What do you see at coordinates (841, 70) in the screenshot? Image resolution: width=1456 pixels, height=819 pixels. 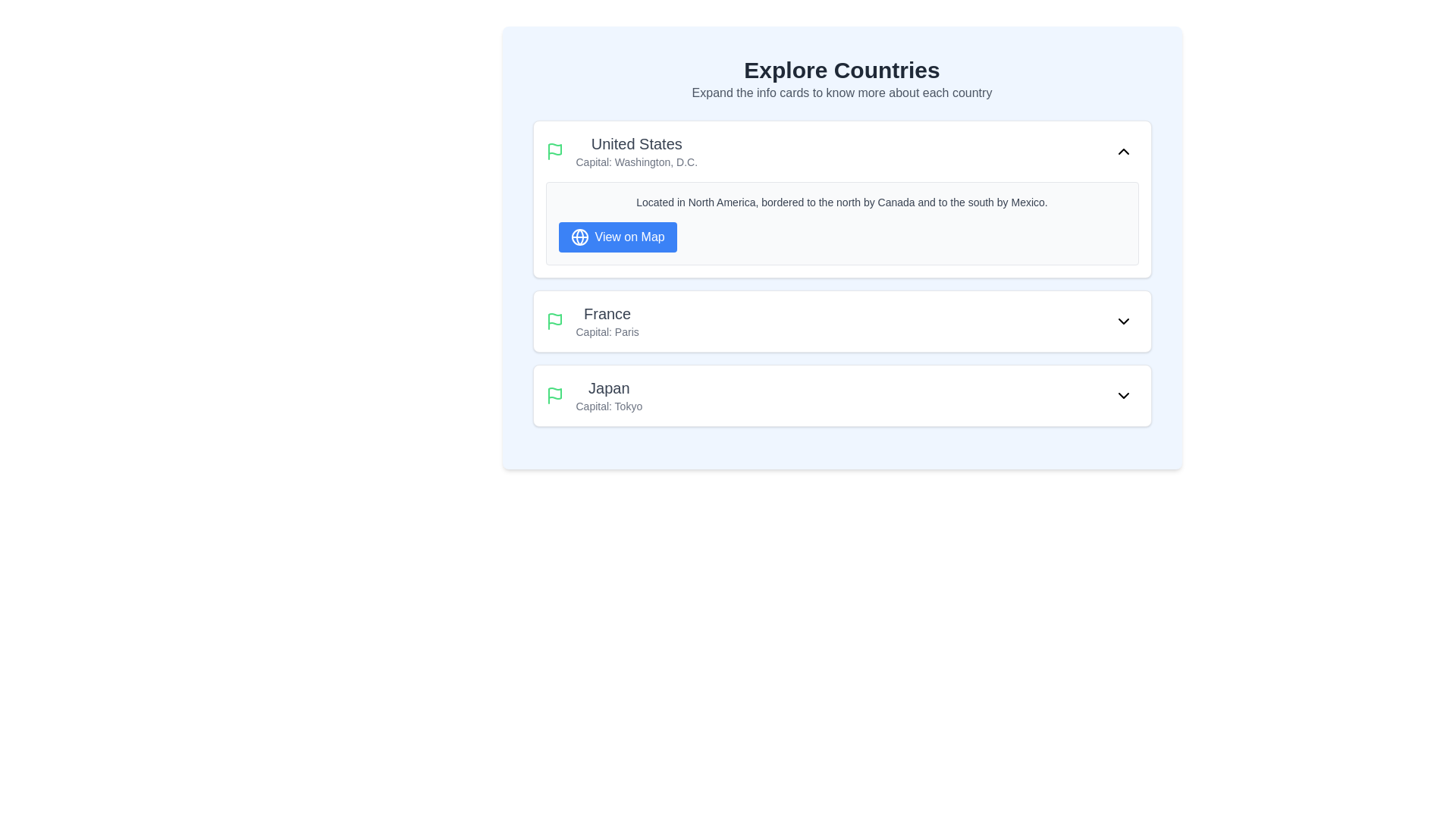 I see `the heading text that displays 'Explore Countries', which is prominently positioned at the top of the interface in a large, bold, dark font` at bounding box center [841, 70].